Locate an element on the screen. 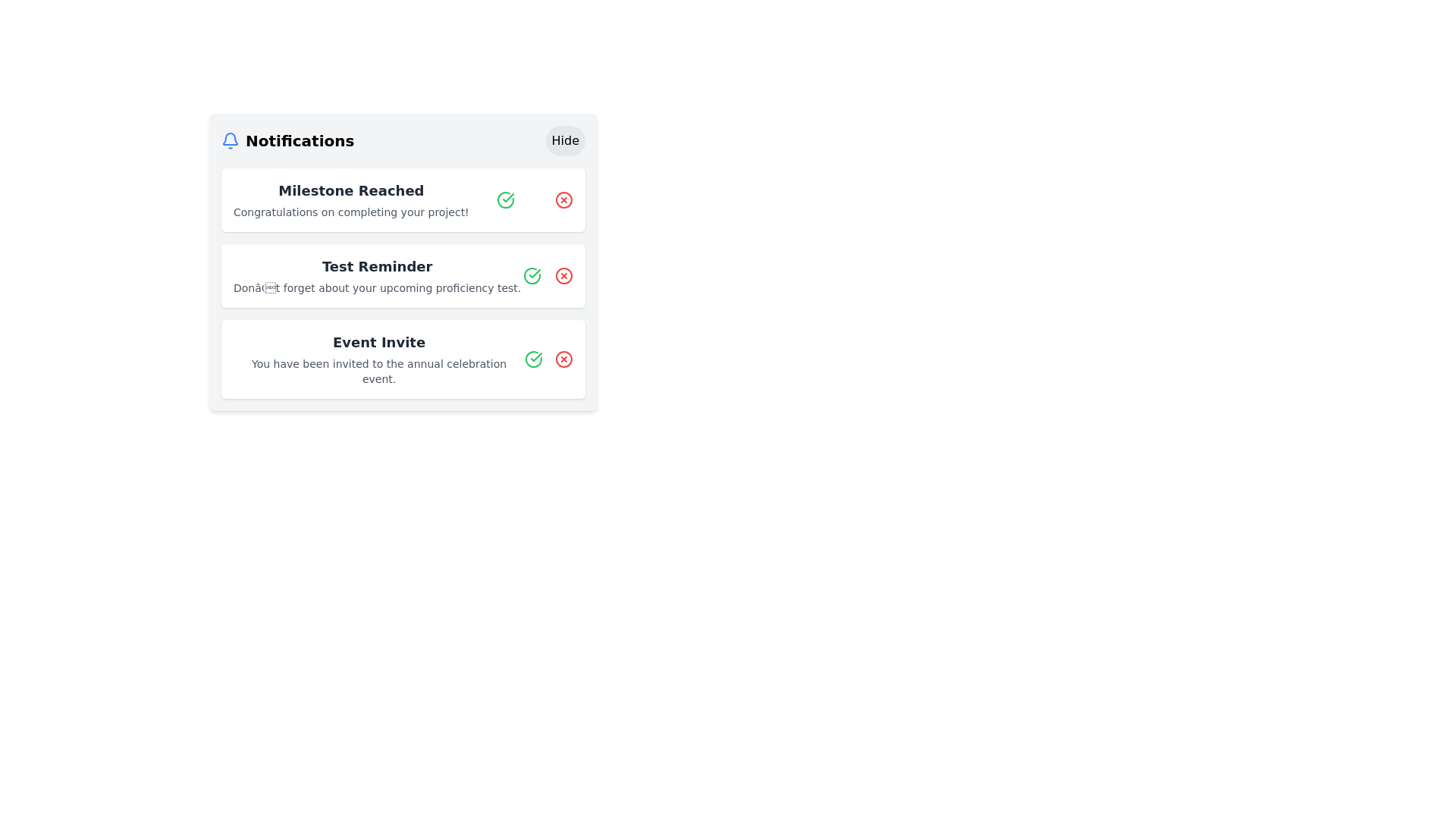  text label 'Event Invite' located at the top of the third notification entry in the notification panel is located at coordinates (378, 342).